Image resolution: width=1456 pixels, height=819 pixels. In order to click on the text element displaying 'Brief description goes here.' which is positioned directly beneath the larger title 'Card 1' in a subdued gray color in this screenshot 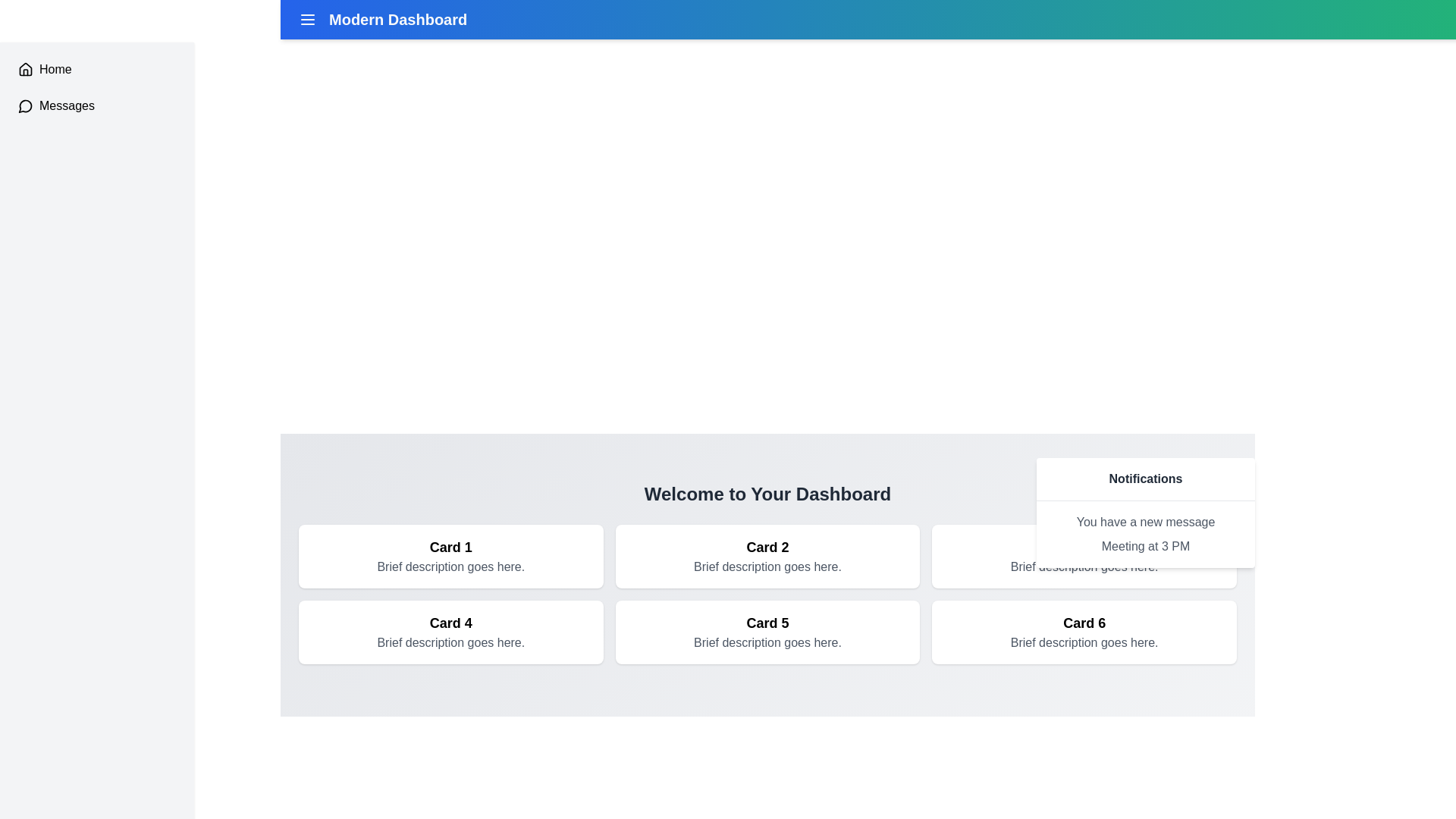, I will do `click(450, 567)`.